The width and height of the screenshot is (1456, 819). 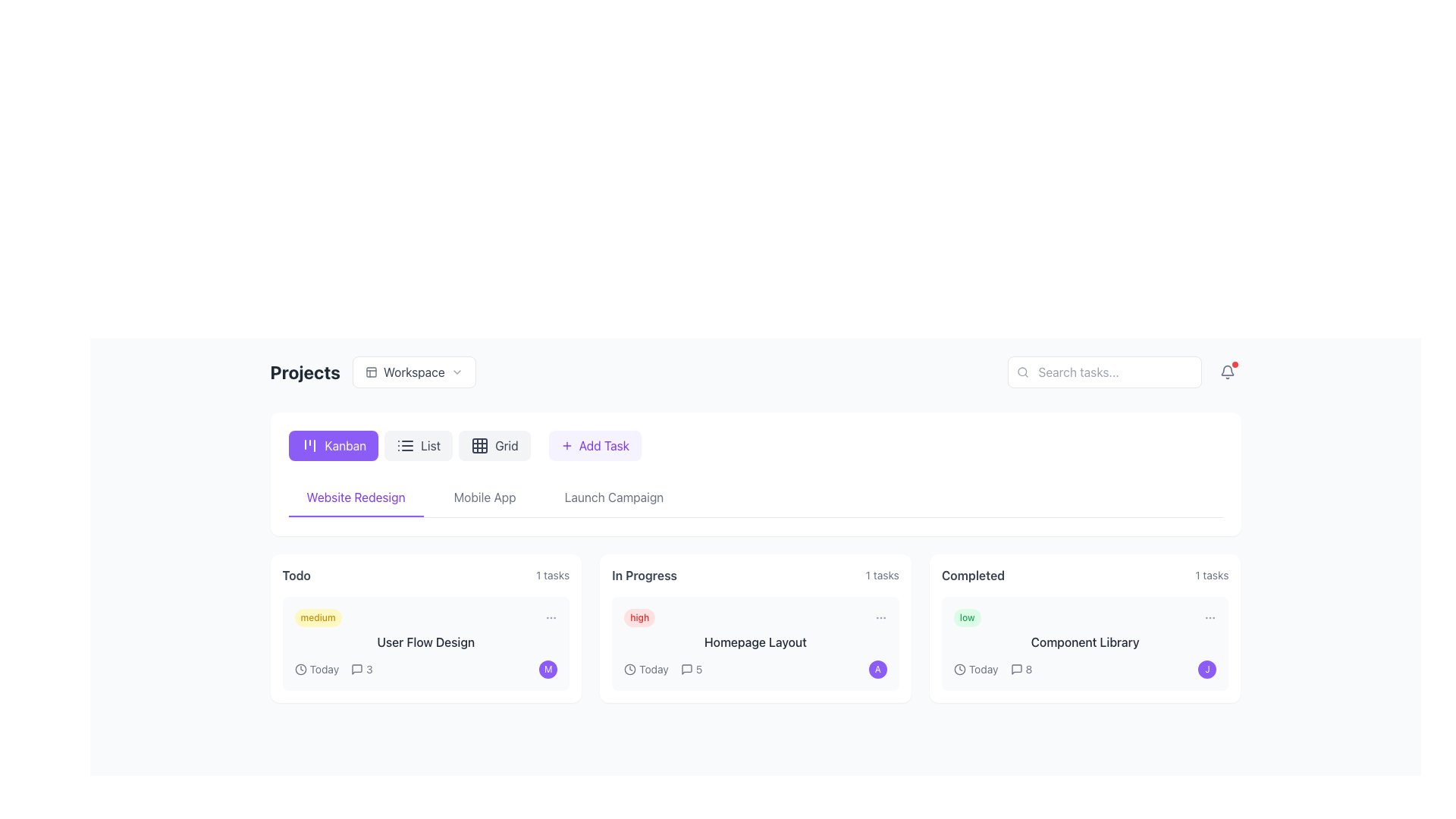 What do you see at coordinates (984, 669) in the screenshot?
I see `the text label indicating the due date or task's deadline located within the 'Completed' task card under the 'Today' label, positioned to the right of the clock icon` at bounding box center [984, 669].